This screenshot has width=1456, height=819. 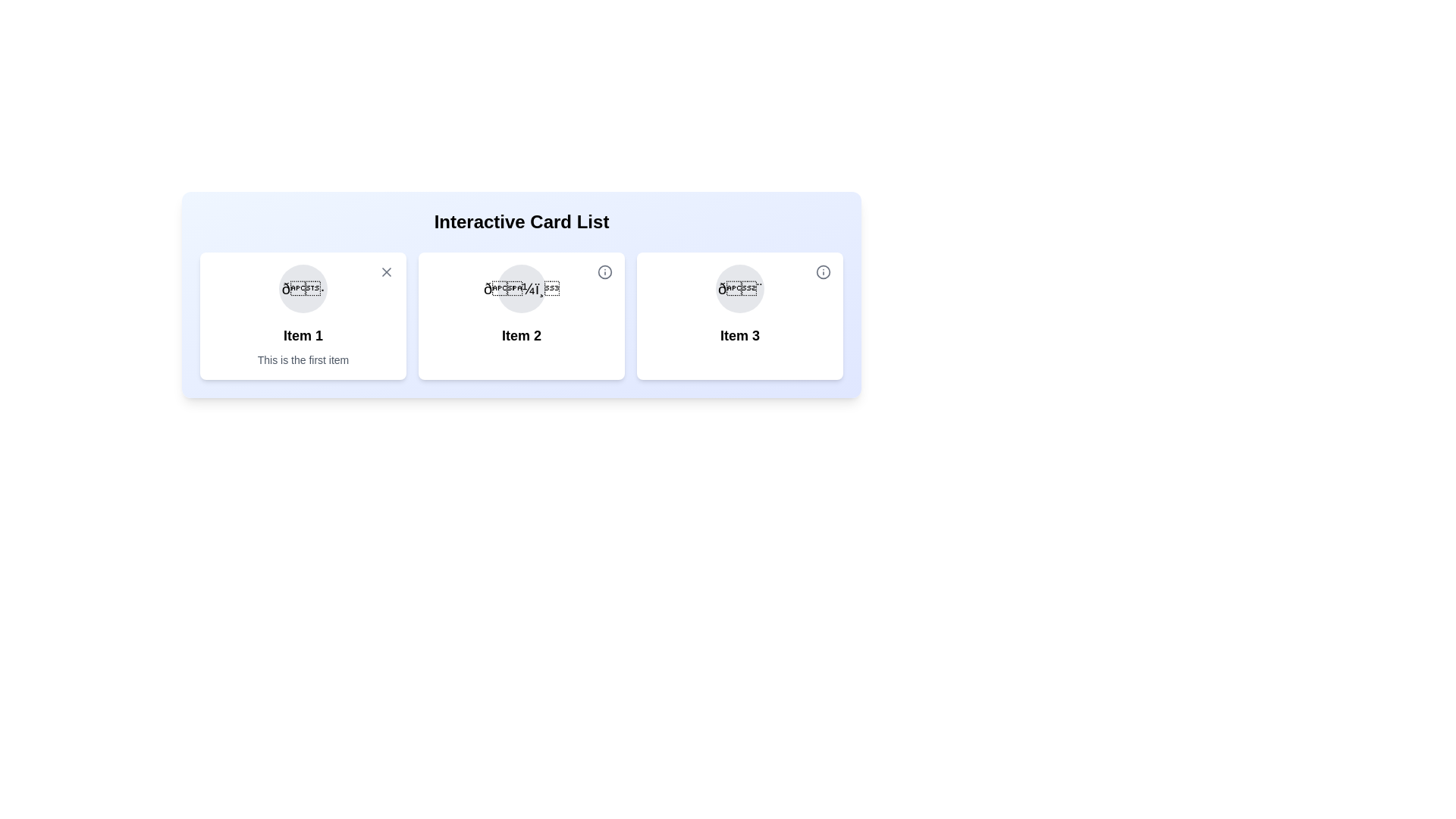 I want to click on toggle button for Item 3 to toggle its details visibility, so click(x=822, y=271).